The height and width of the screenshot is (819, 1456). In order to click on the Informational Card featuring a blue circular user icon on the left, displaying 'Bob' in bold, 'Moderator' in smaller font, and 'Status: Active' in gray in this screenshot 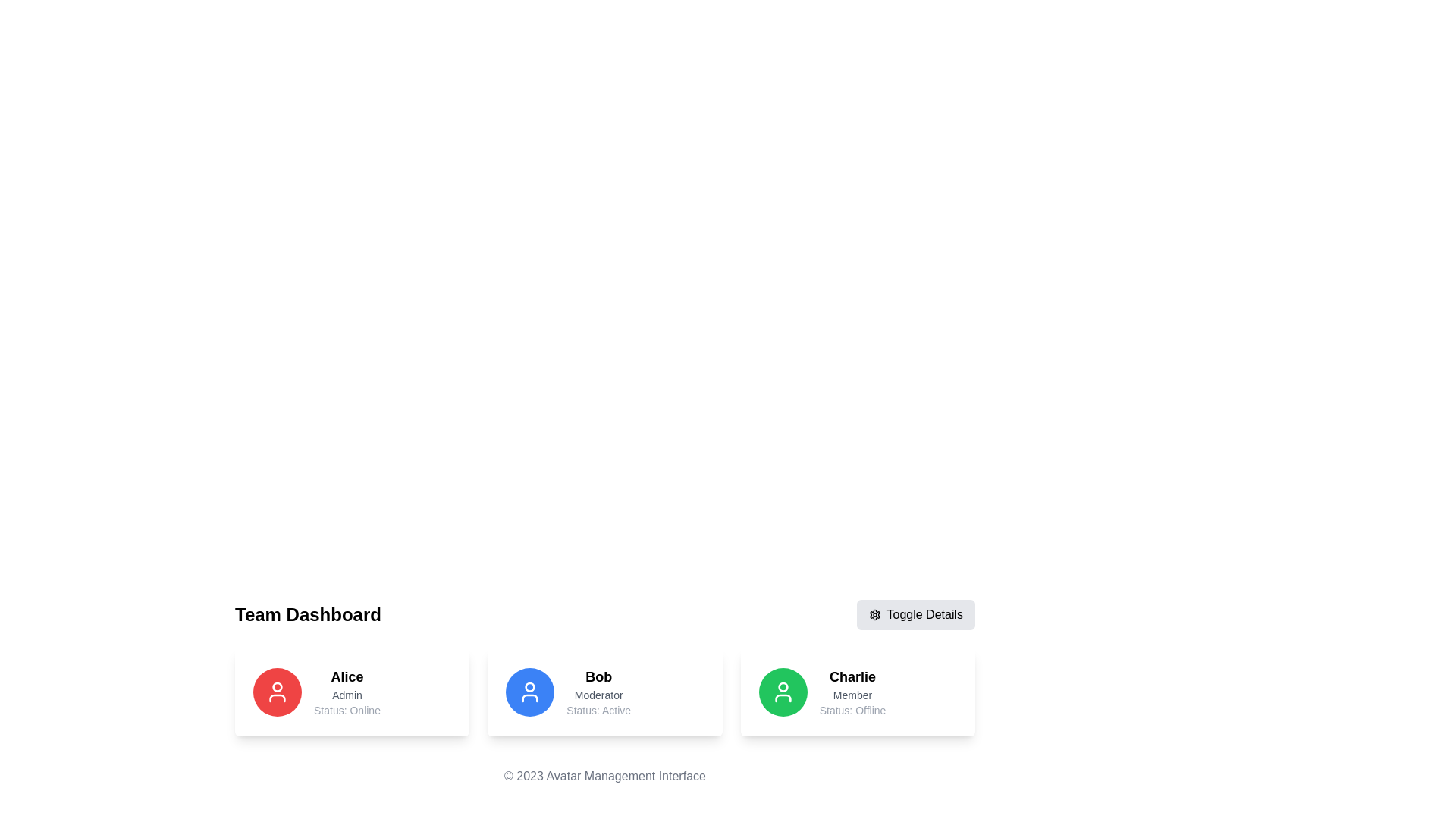, I will do `click(604, 692)`.